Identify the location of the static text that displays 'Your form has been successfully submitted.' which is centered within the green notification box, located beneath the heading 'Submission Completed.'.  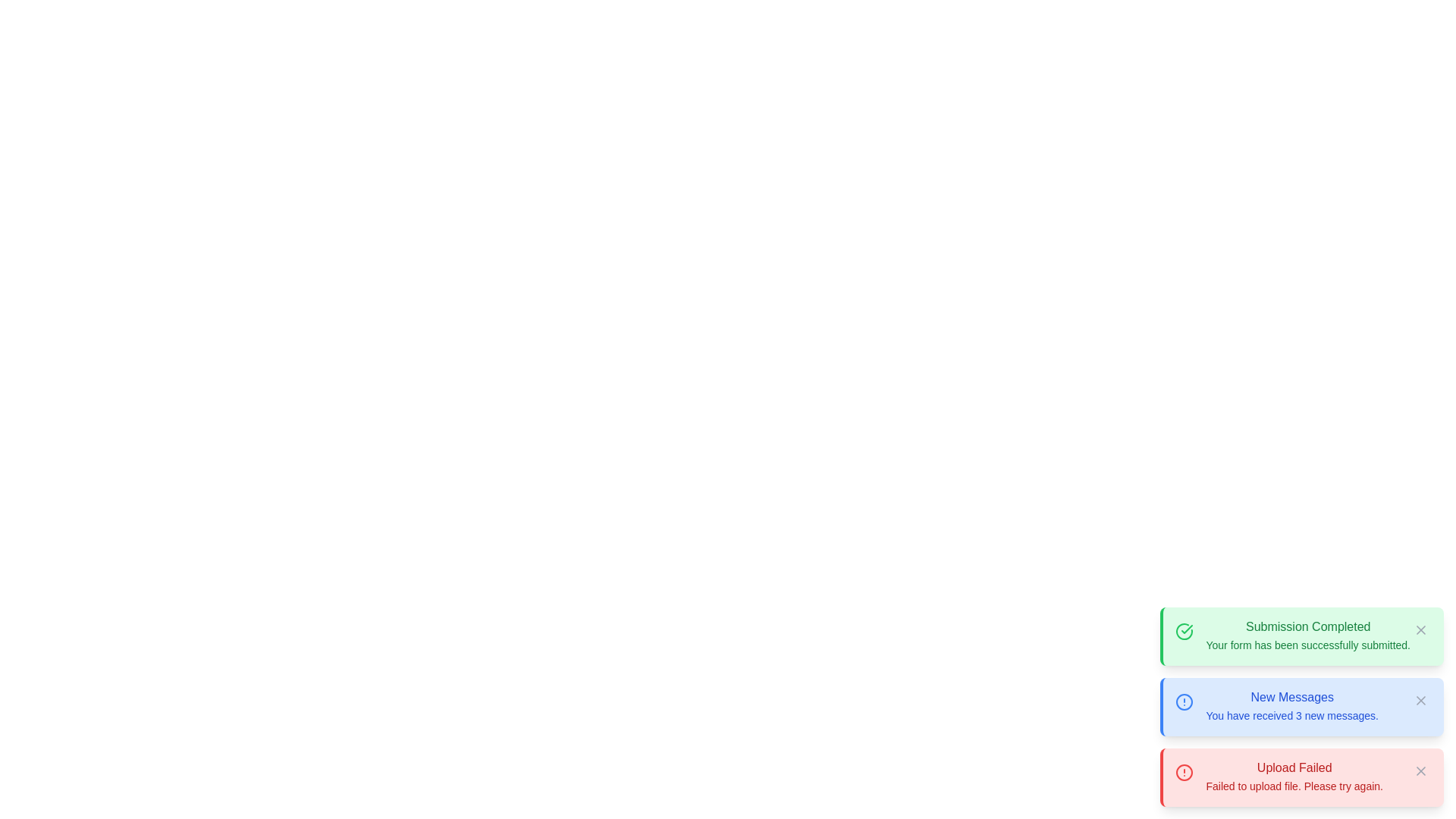
(1307, 645).